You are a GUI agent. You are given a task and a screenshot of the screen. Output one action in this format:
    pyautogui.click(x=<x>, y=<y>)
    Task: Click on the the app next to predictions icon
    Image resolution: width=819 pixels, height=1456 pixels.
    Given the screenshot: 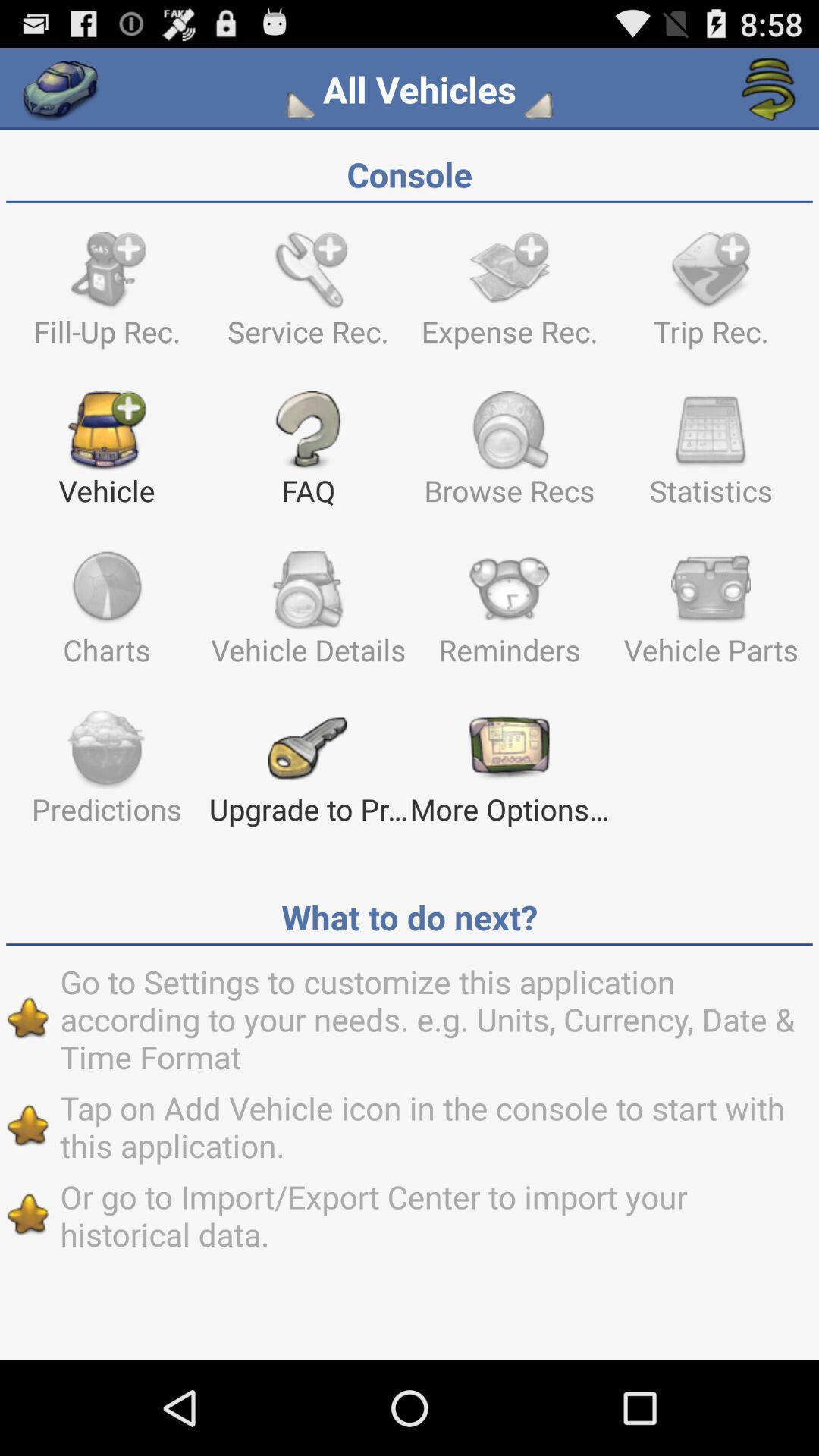 What is the action you would take?
    pyautogui.click(x=307, y=774)
    